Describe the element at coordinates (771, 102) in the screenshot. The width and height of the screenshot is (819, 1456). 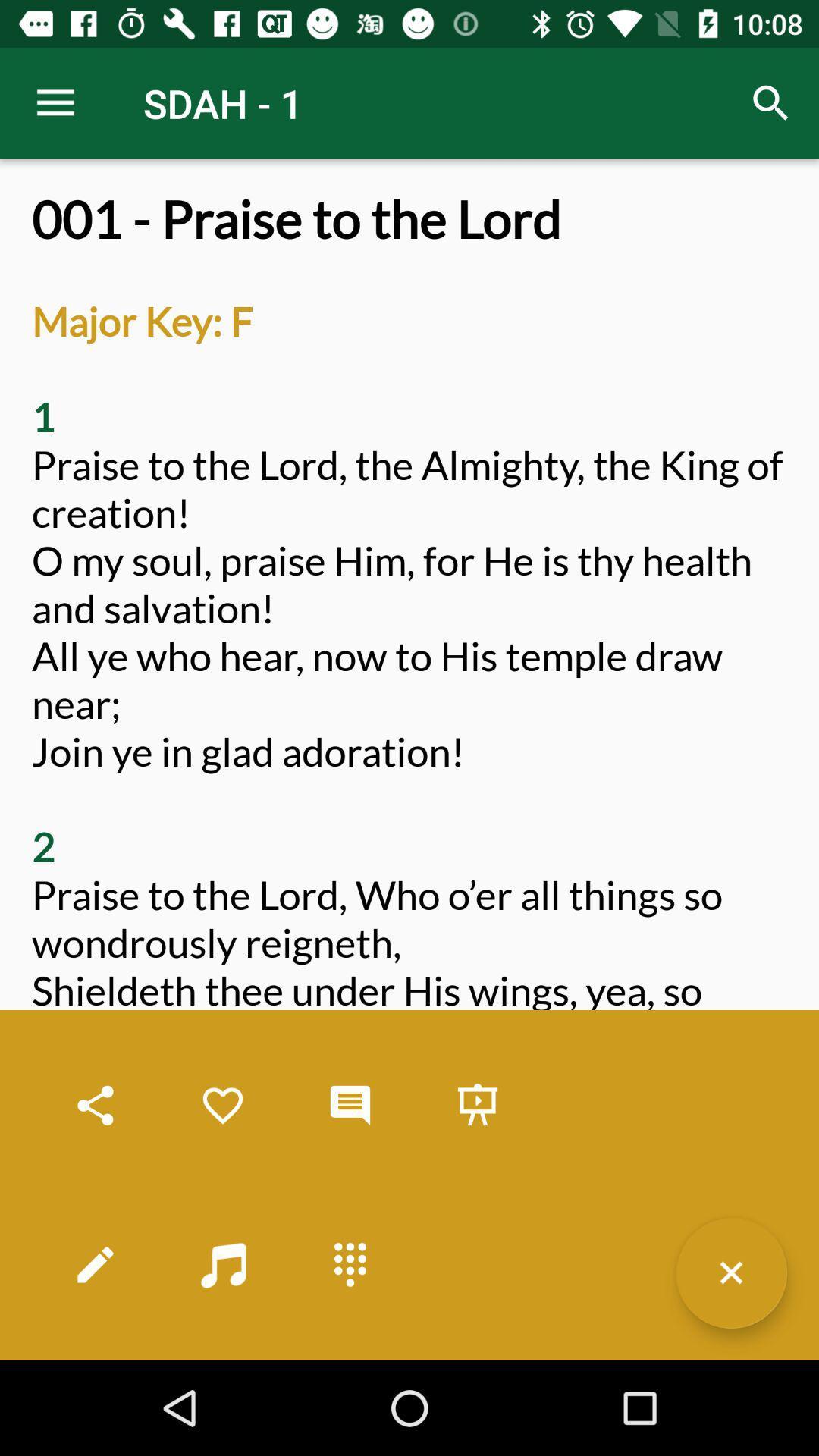
I see `item at the top right corner` at that location.